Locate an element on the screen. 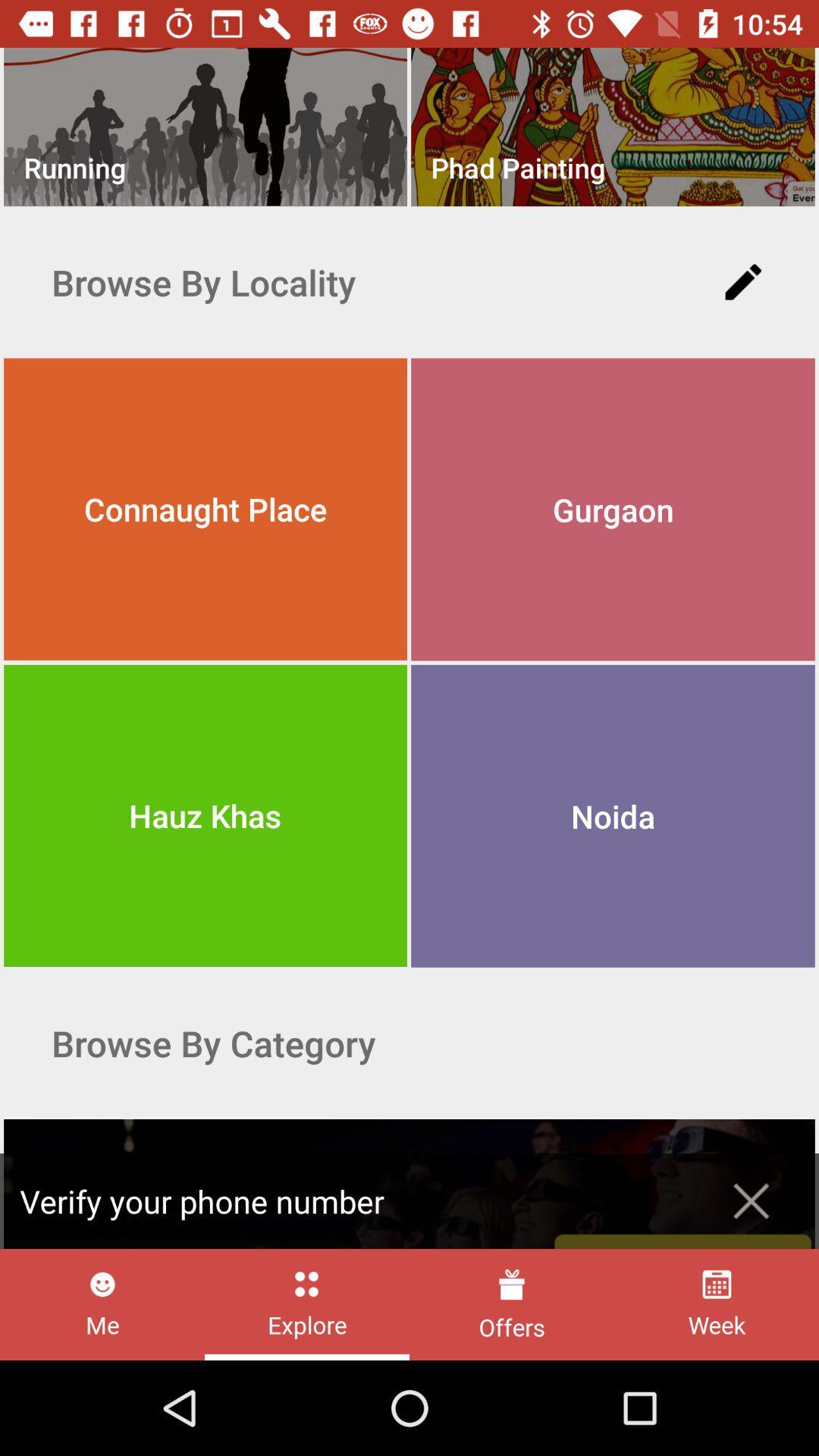 The width and height of the screenshot is (819, 1456). the item to the right of the offers icon is located at coordinates (717, 1304).